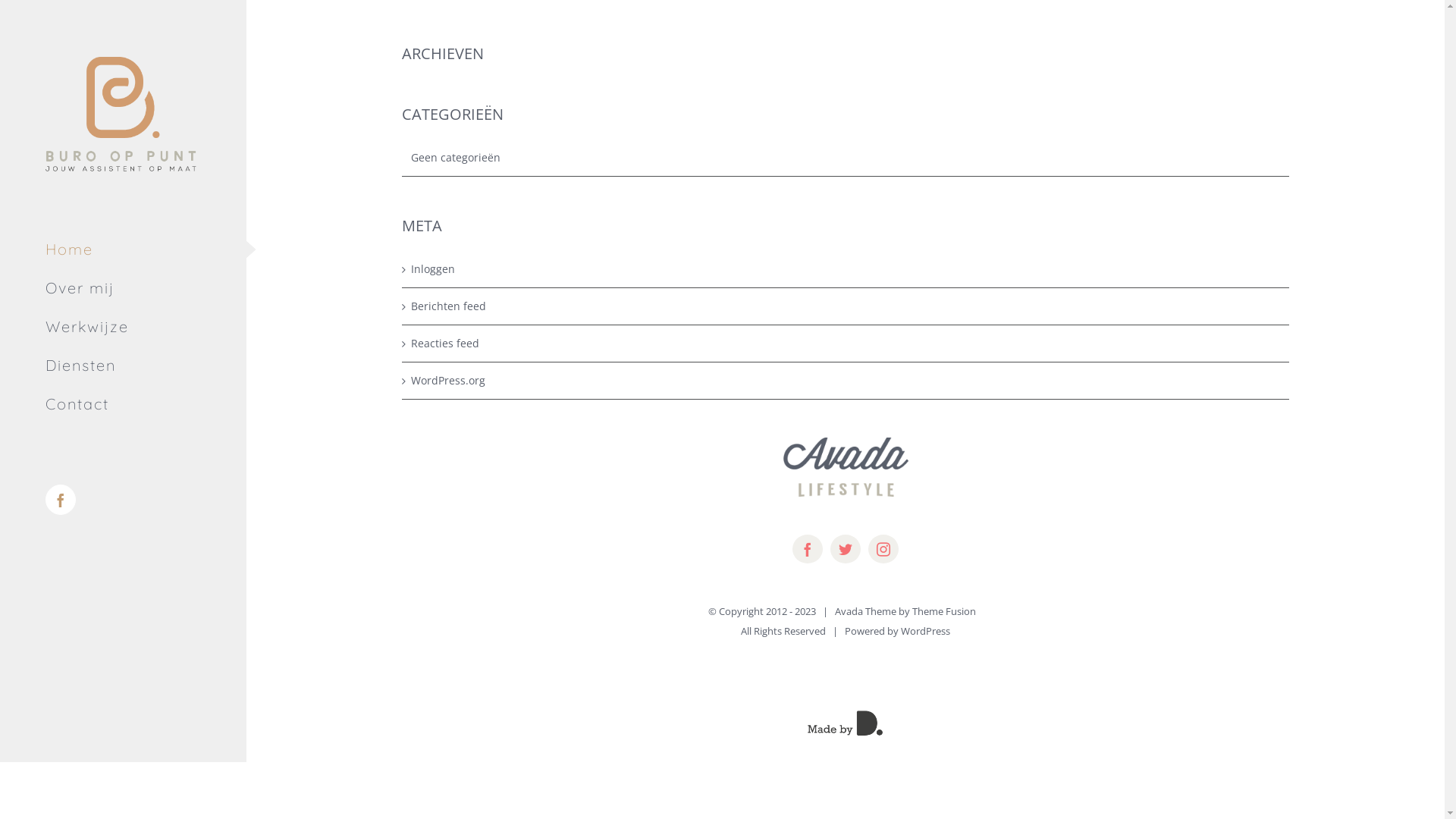  What do you see at coordinates (123, 366) in the screenshot?
I see `'Diensten'` at bounding box center [123, 366].